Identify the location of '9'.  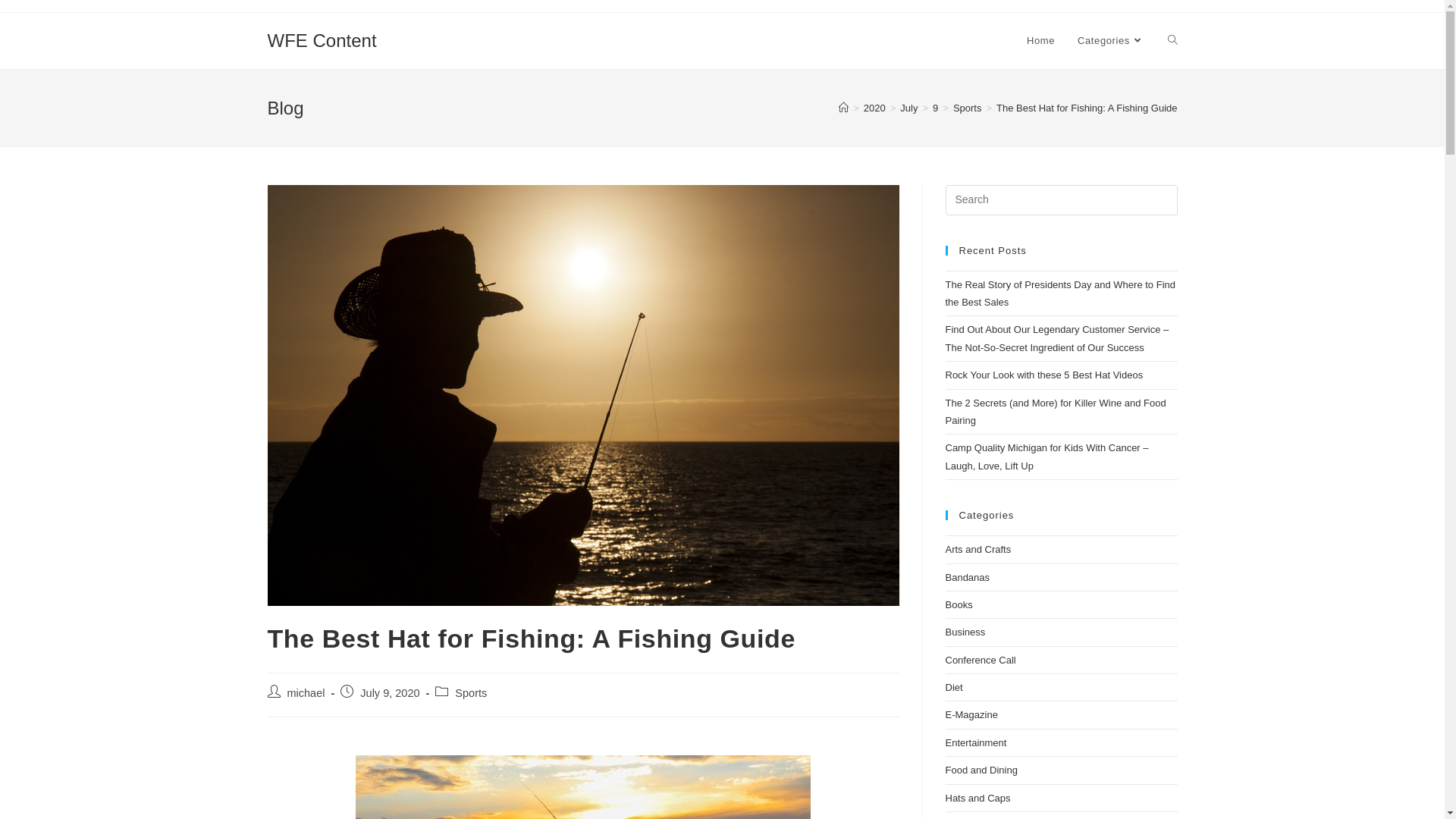
(934, 107).